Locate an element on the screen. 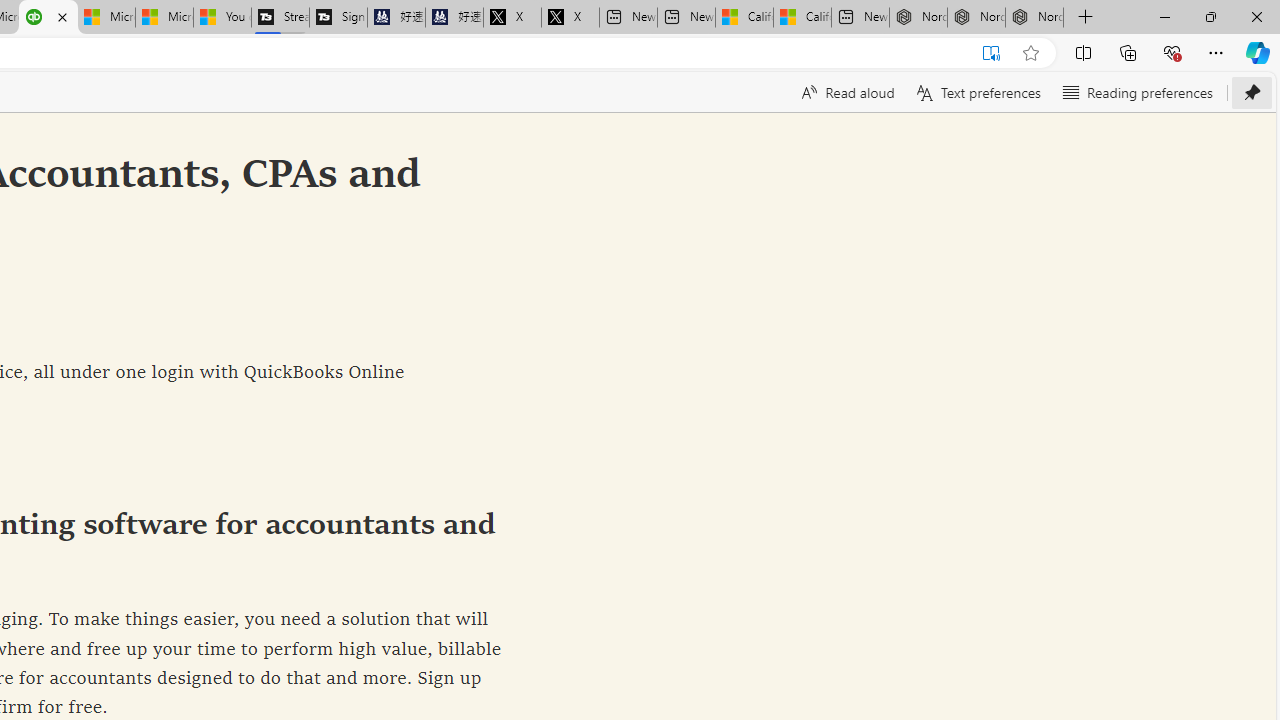 Image resolution: width=1280 pixels, height=720 pixels. 'Exit Immersive Reader (F9)' is located at coordinates (991, 52).